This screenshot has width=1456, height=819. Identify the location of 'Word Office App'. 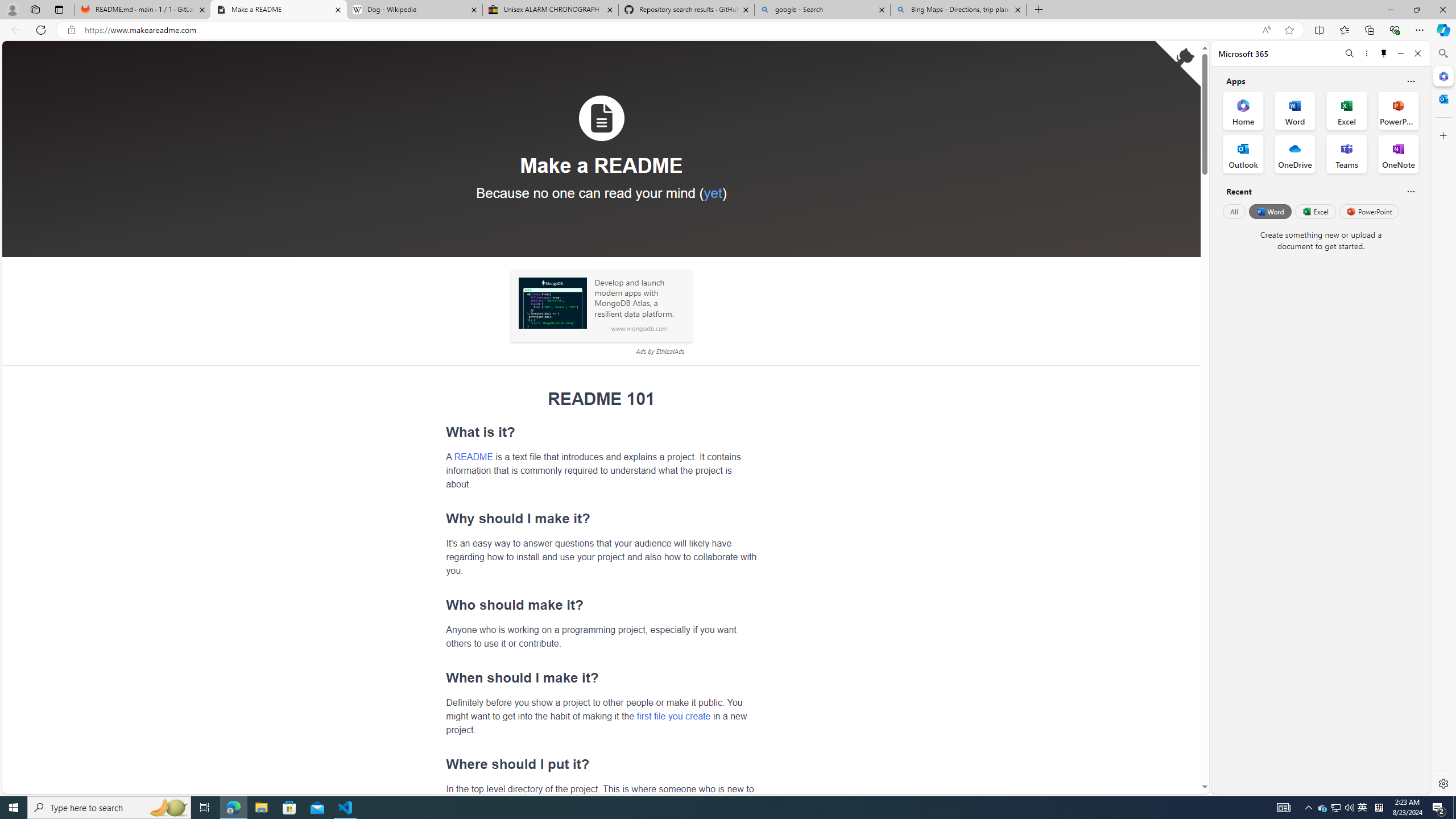
(1294, 111).